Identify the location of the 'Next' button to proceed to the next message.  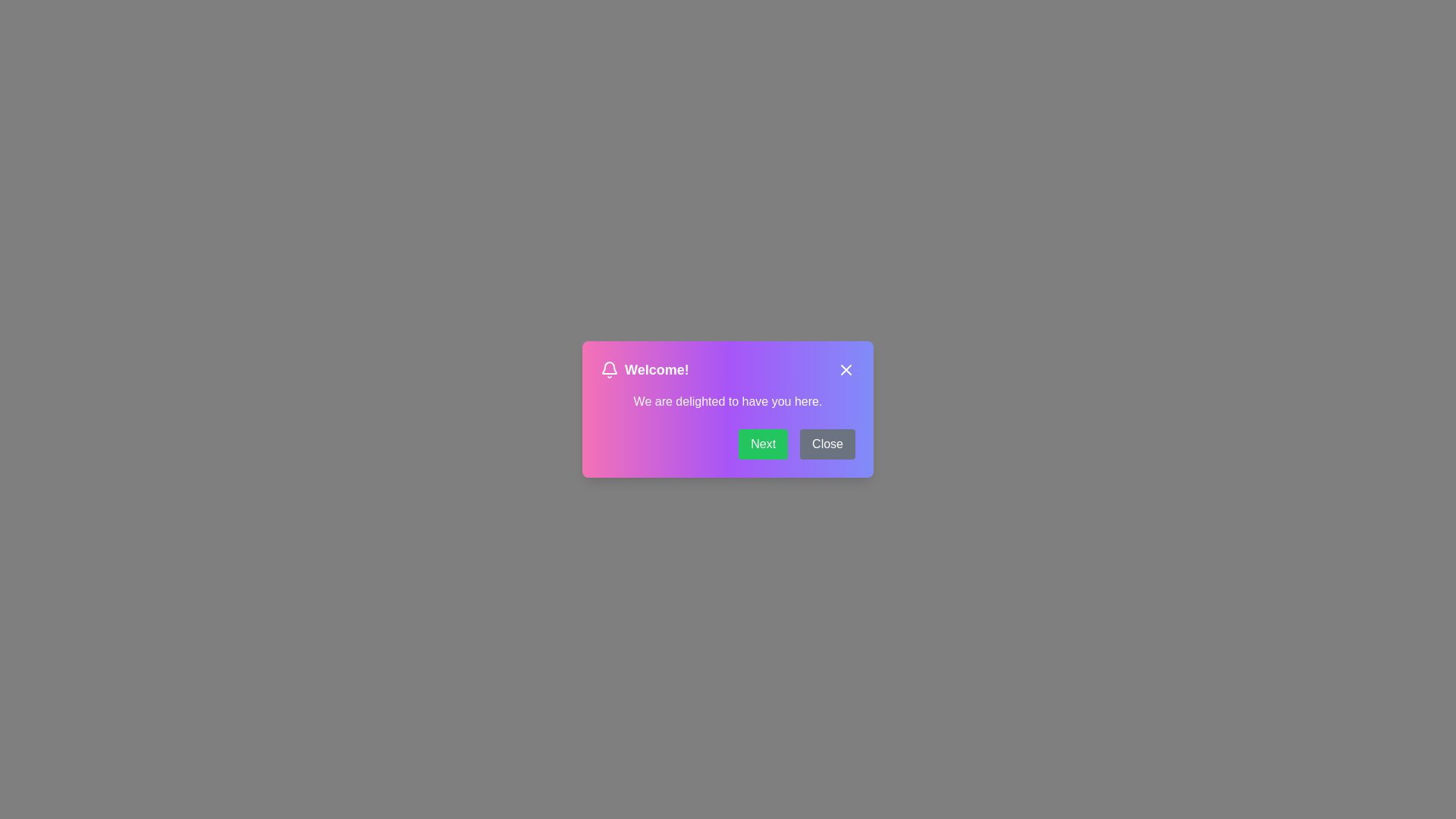
(763, 444).